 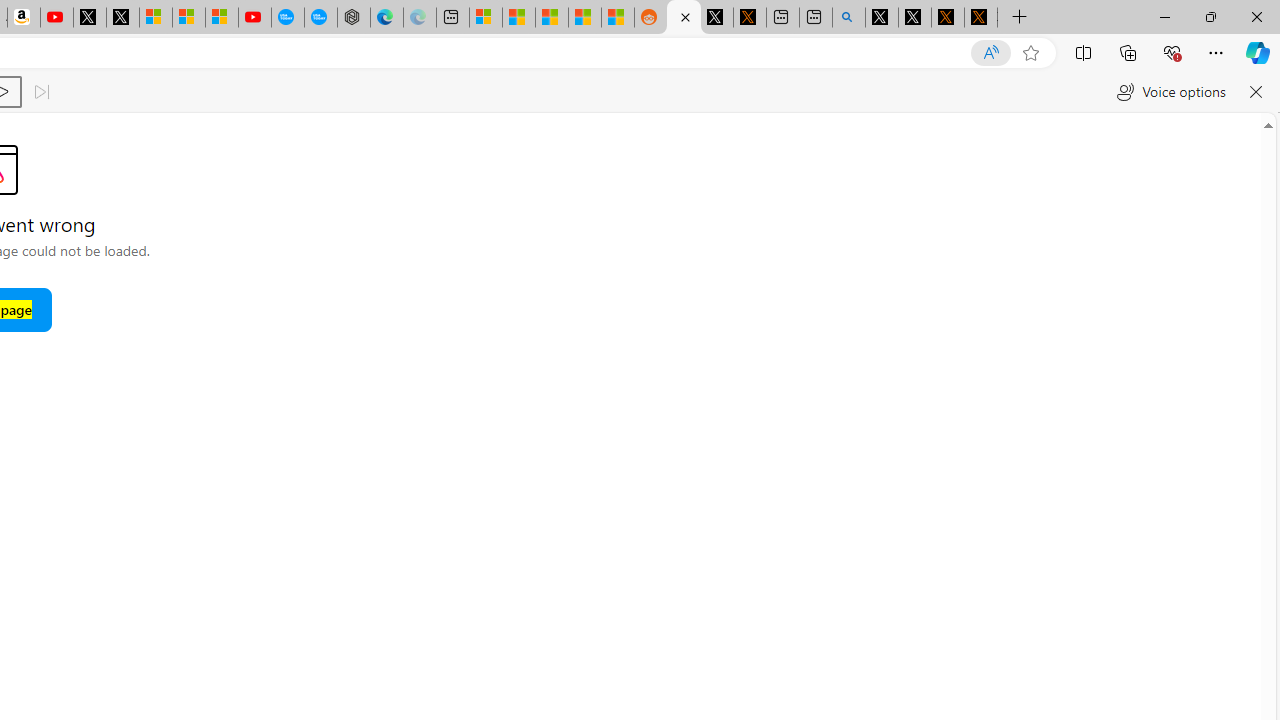 What do you see at coordinates (1171, 92) in the screenshot?
I see `'Voice options'` at bounding box center [1171, 92].